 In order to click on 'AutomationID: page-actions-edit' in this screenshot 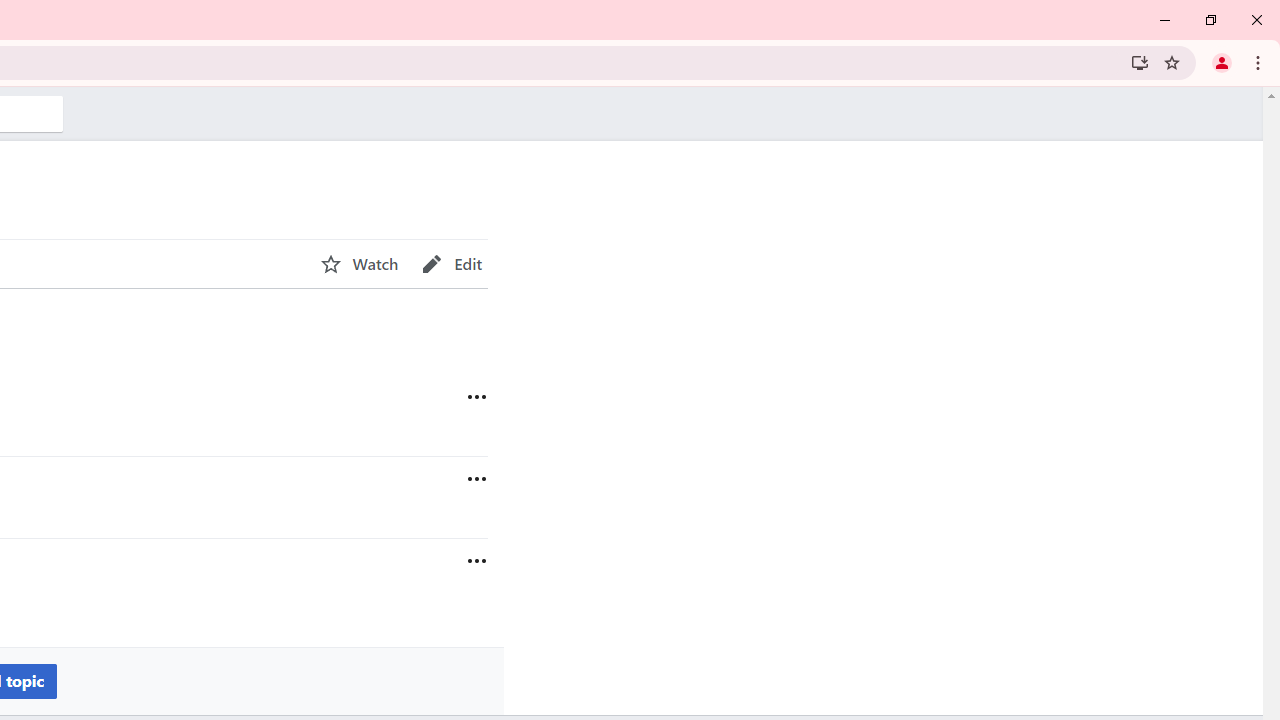, I will do `click(451, 263)`.